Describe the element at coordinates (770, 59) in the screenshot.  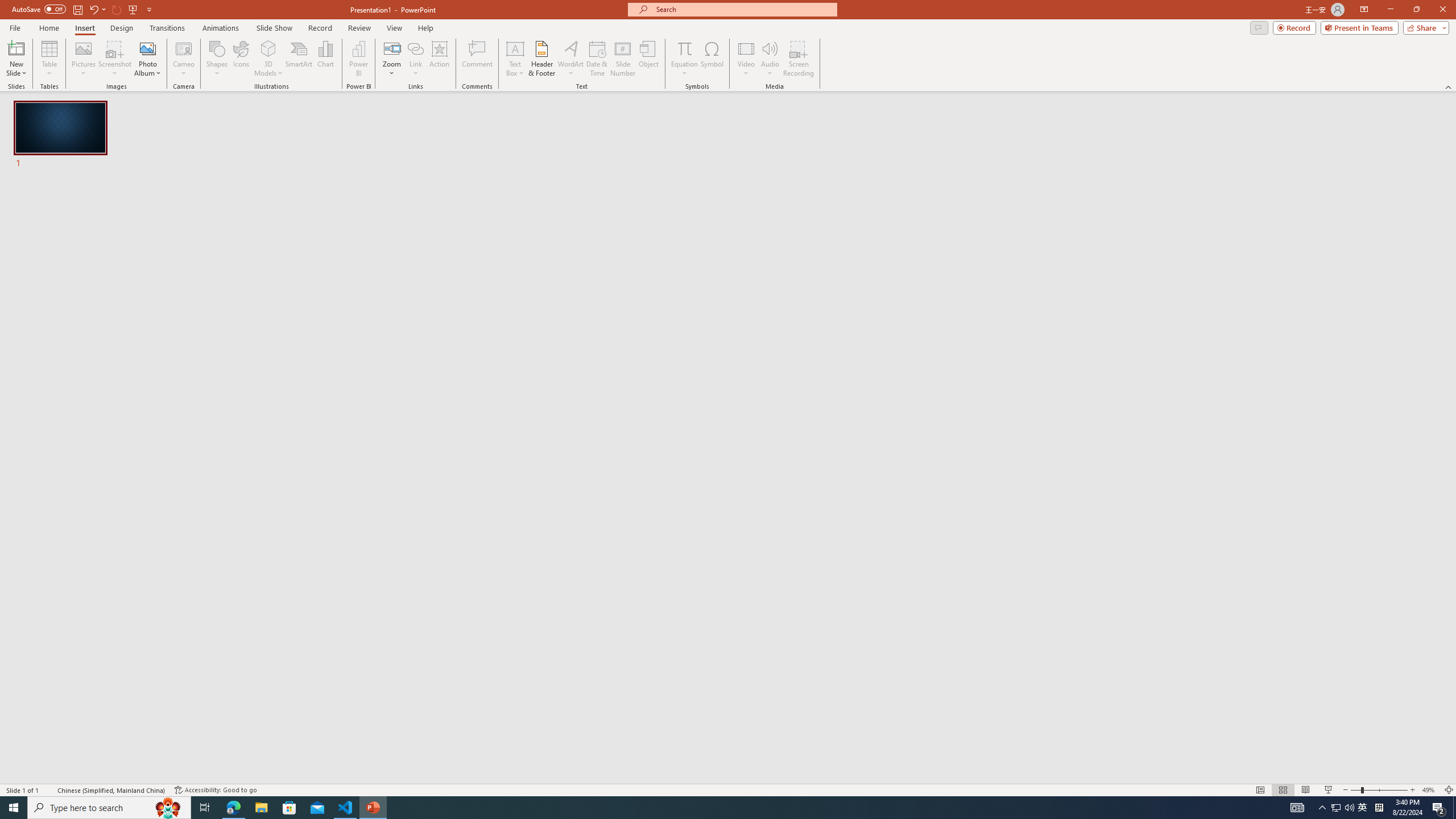
I see `'Audio'` at that location.